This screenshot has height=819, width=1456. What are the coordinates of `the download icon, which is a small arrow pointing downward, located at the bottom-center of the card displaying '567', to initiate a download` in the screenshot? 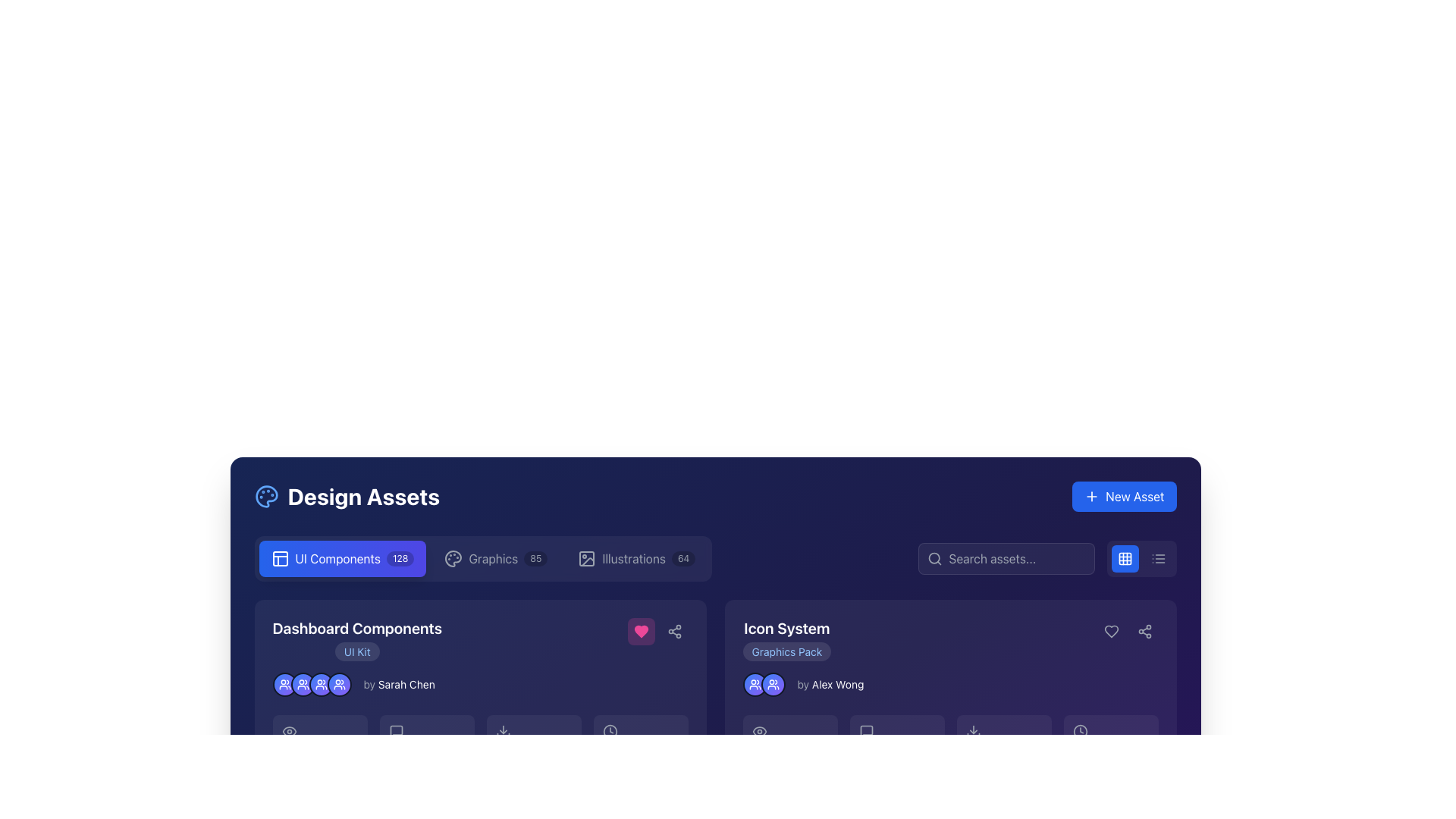 It's located at (973, 730).